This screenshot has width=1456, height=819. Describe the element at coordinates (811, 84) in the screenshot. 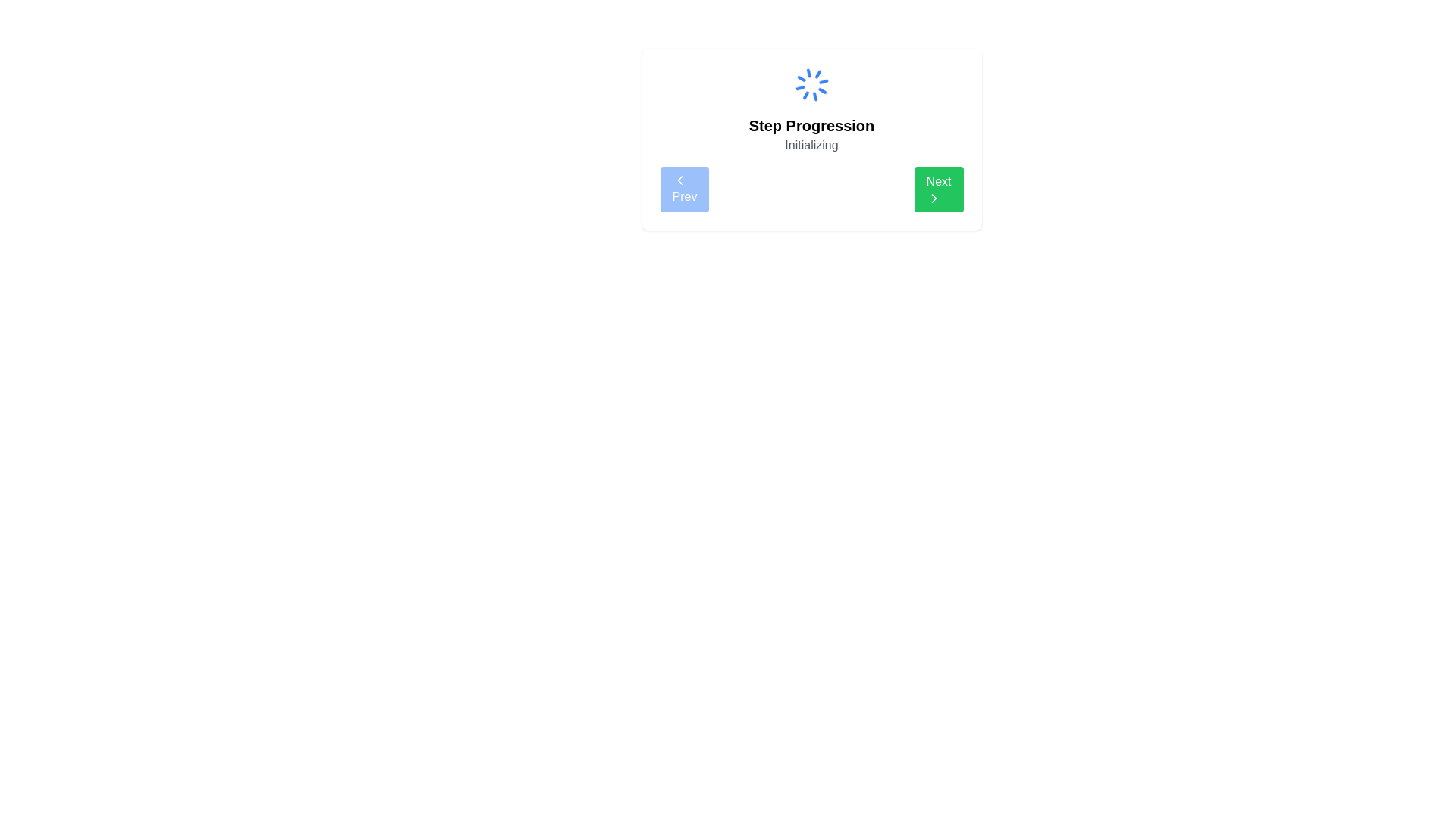

I see `the animated circular spinner icon located at the top center of the panel, which features blue lines radiating outward in a rotating effect` at that location.